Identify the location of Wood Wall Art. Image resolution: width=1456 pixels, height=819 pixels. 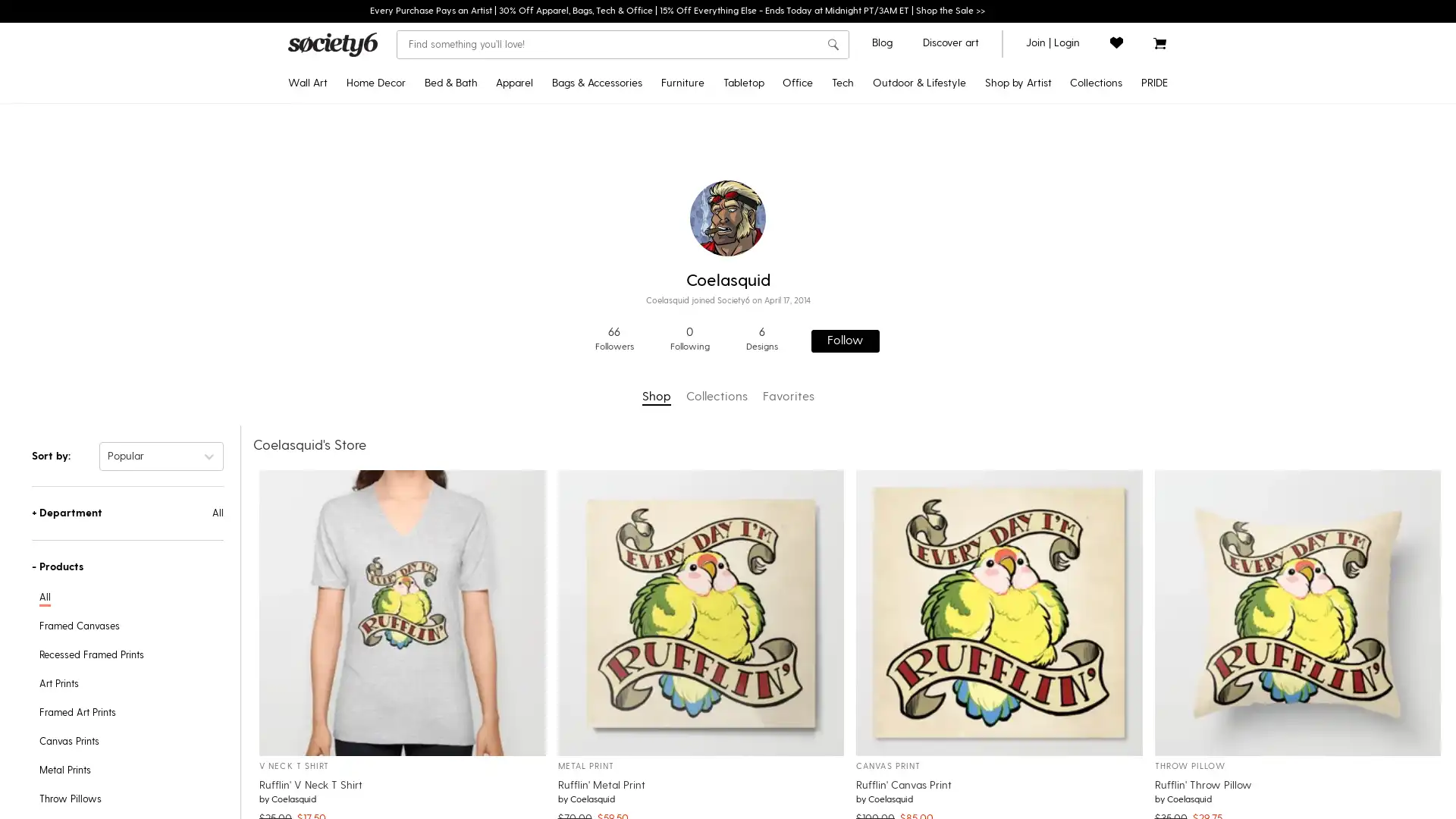
(356, 366).